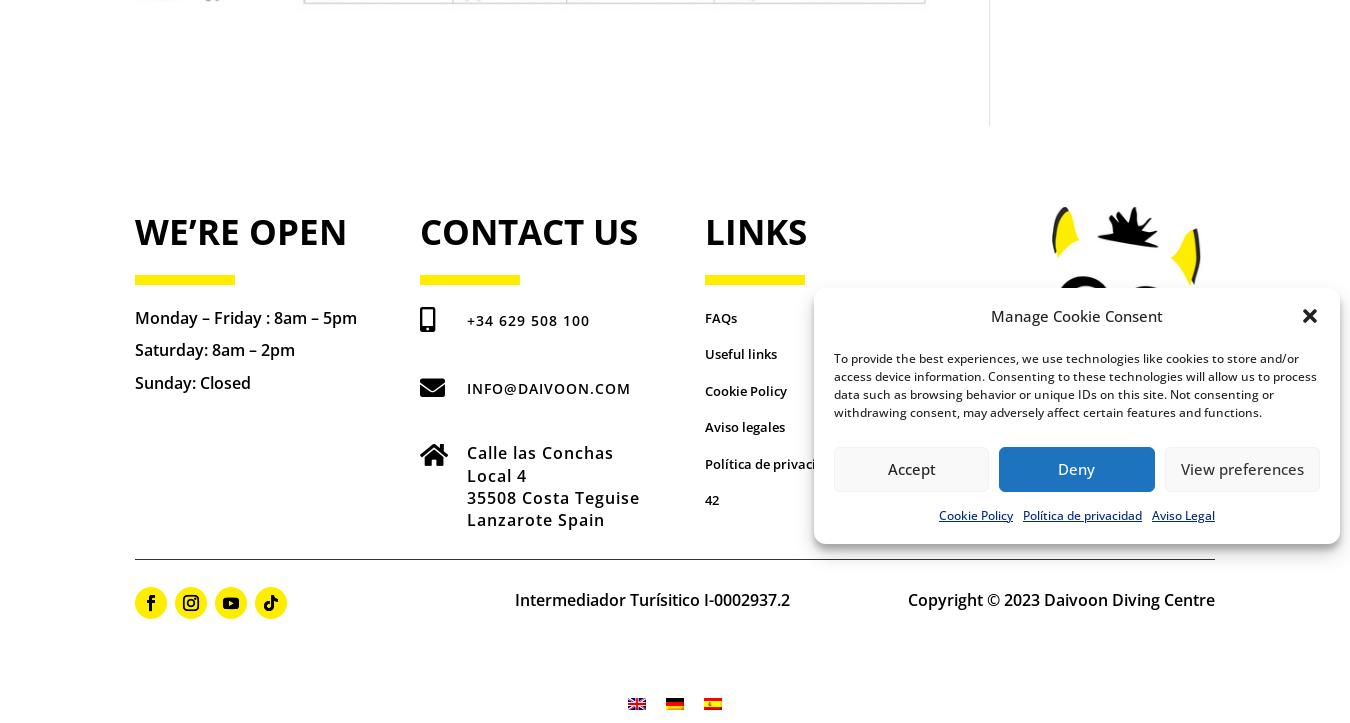 This screenshot has height=723, width=1350. Describe the element at coordinates (1060, 599) in the screenshot. I see `'Copyright © 2023 Daivoon Diving Centre'` at that location.